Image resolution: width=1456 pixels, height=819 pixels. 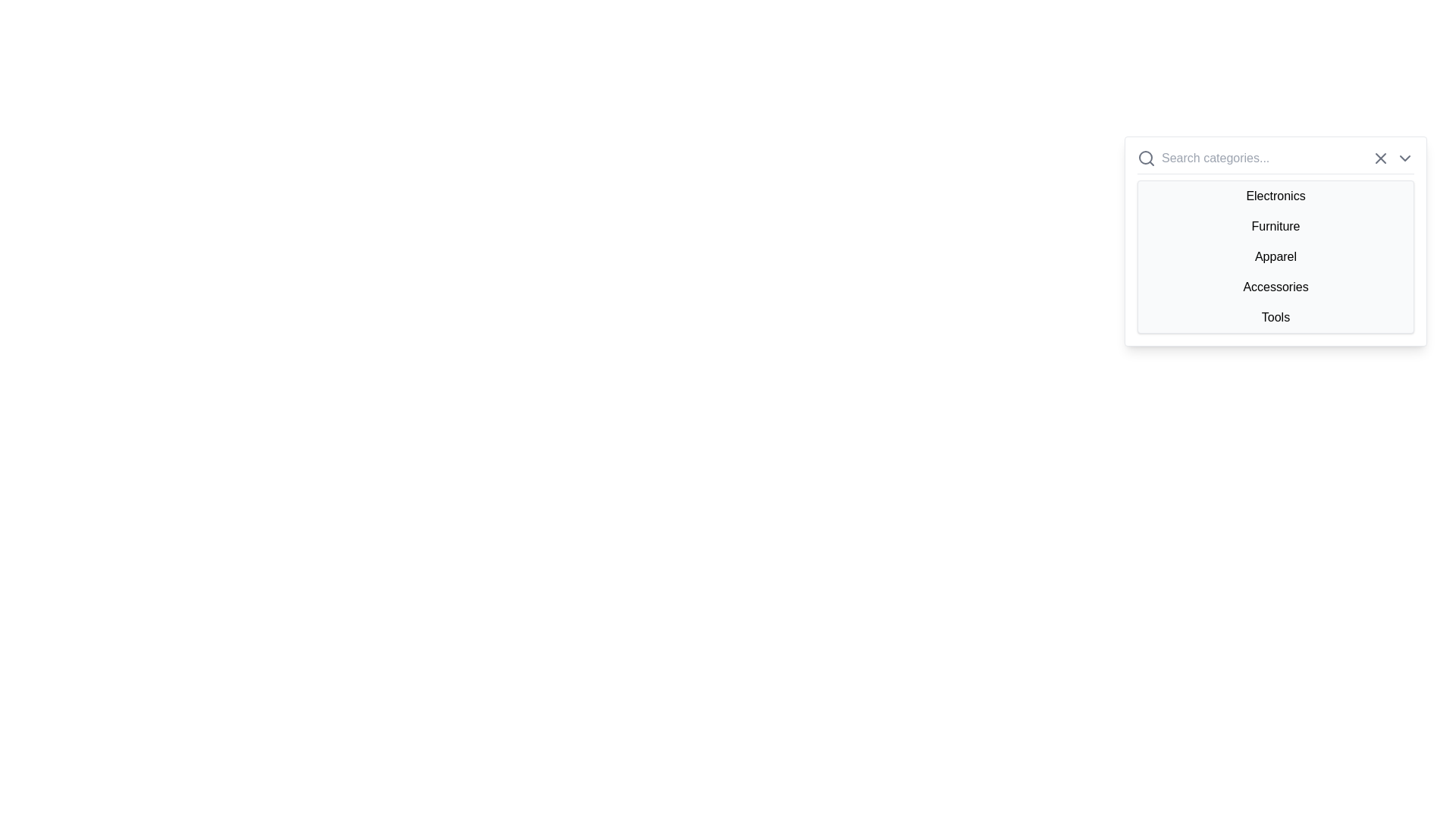 What do you see at coordinates (1275, 256) in the screenshot?
I see `the 'Apparel' list item in the dropdown menu for accessibility navigation` at bounding box center [1275, 256].